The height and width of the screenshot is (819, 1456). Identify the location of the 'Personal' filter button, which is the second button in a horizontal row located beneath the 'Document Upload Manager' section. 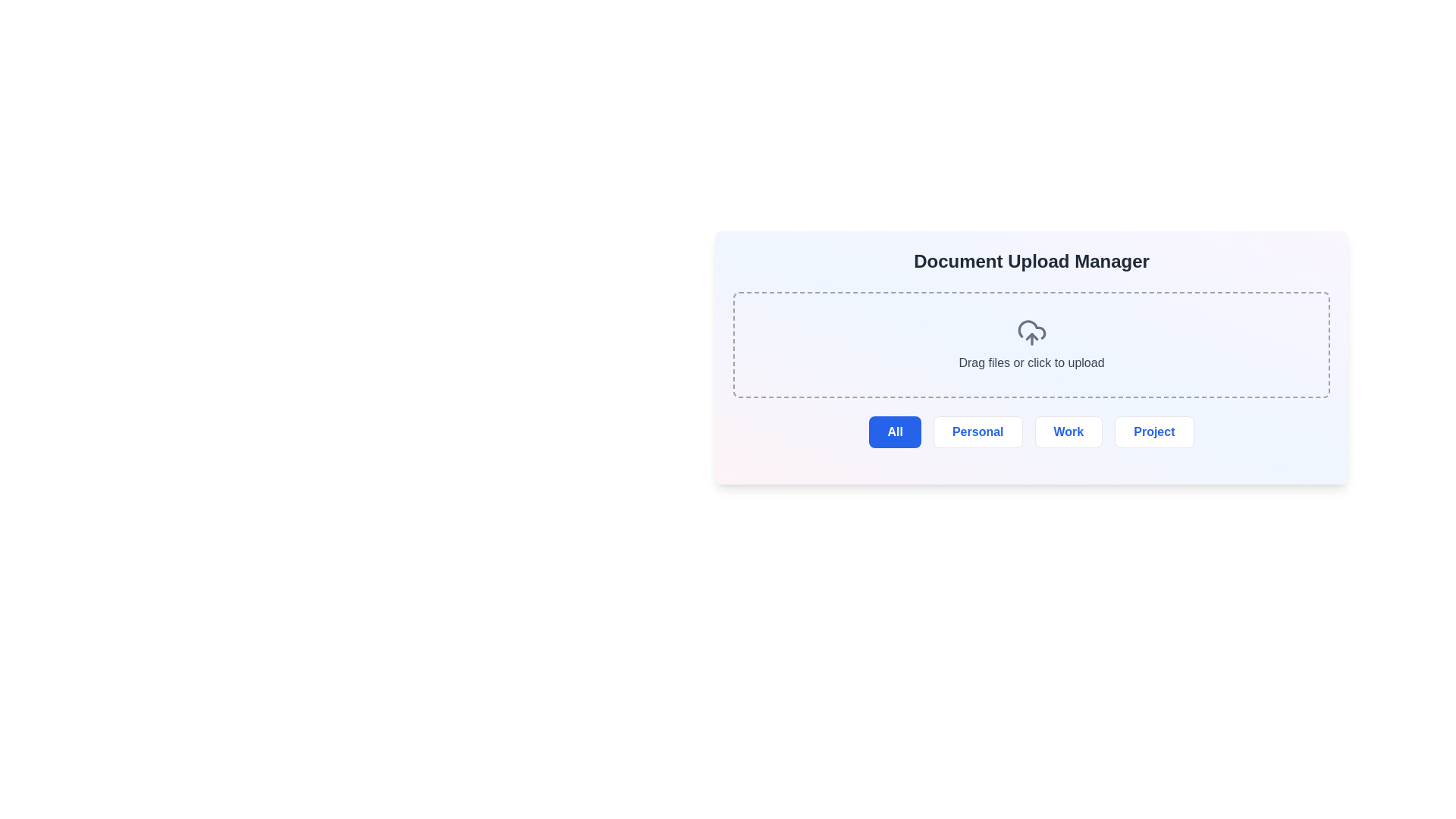
(977, 432).